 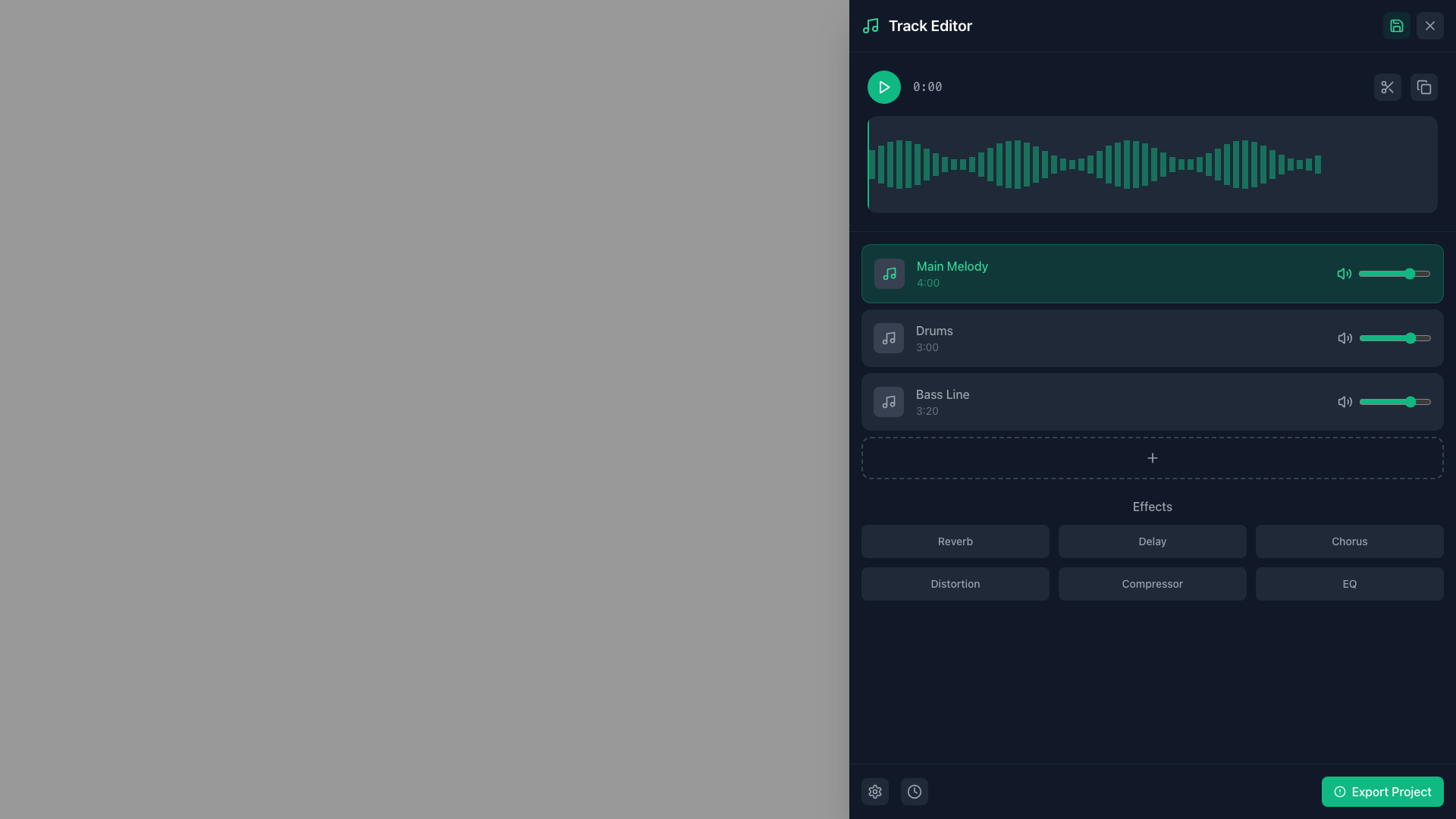 I want to click on the clock icon located at the bottom right corner of the user interface, which features a circular outline and clock hands, styled in gray and white against a dark background, so click(x=913, y=791).